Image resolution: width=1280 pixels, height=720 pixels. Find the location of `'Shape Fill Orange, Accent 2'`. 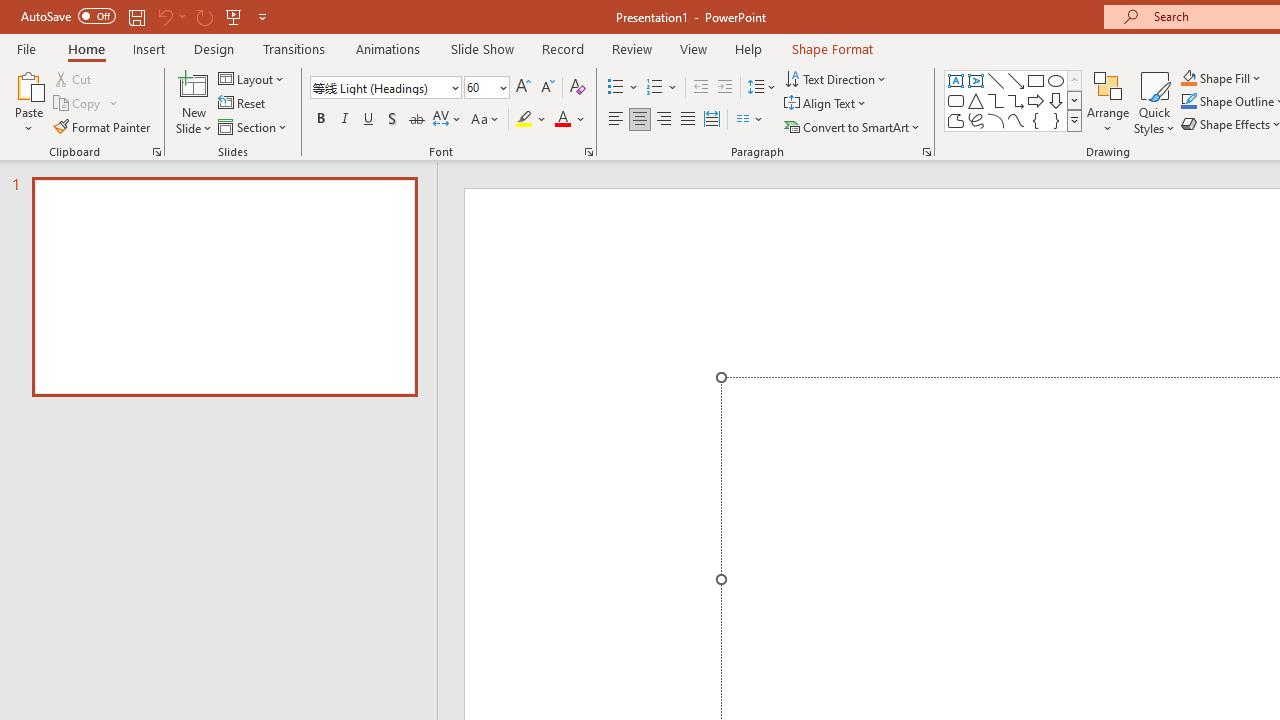

'Shape Fill Orange, Accent 2' is located at coordinates (1189, 77).